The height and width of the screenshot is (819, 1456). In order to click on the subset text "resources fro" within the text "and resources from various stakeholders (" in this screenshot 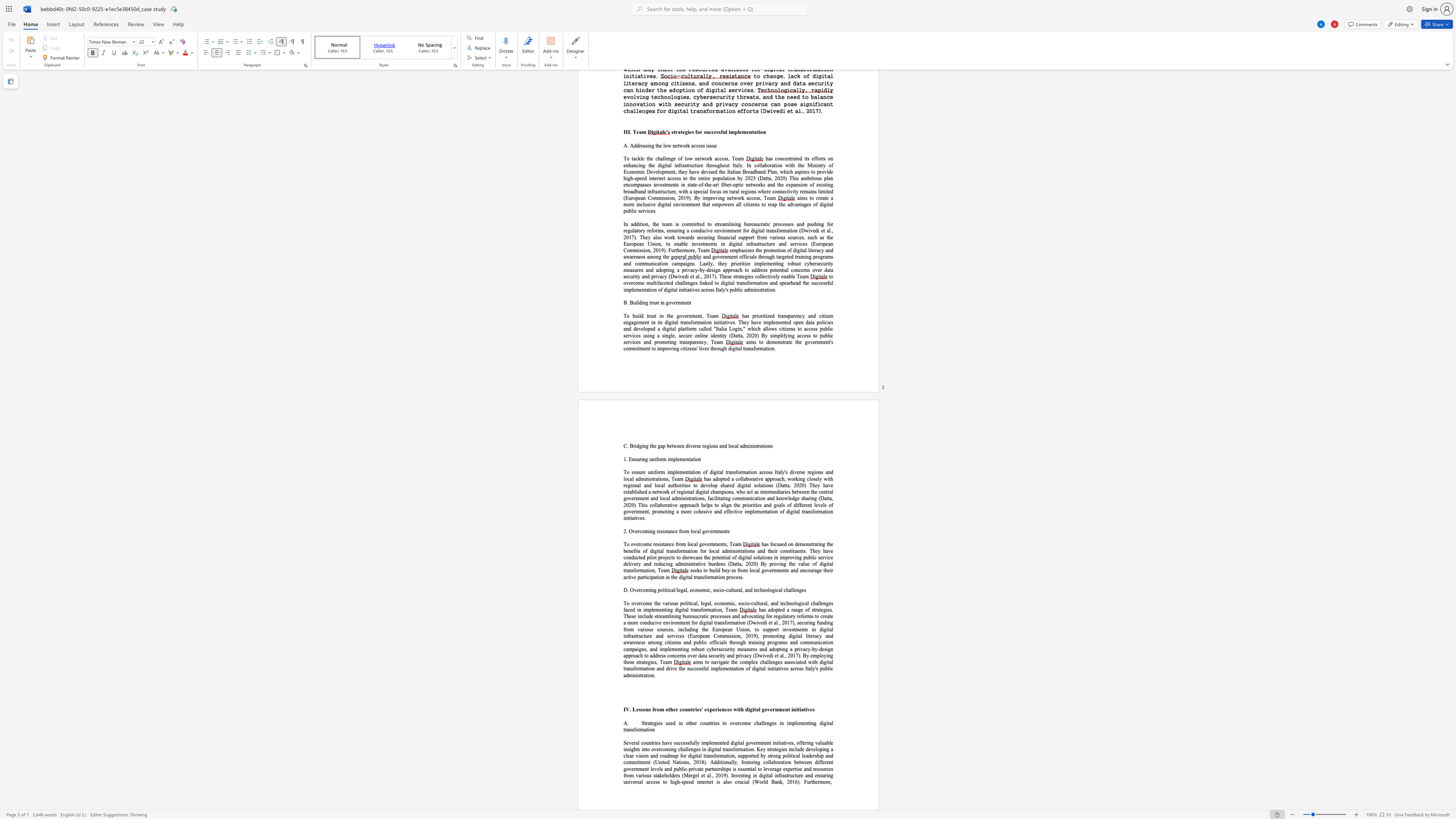, I will do `click(813, 768)`.